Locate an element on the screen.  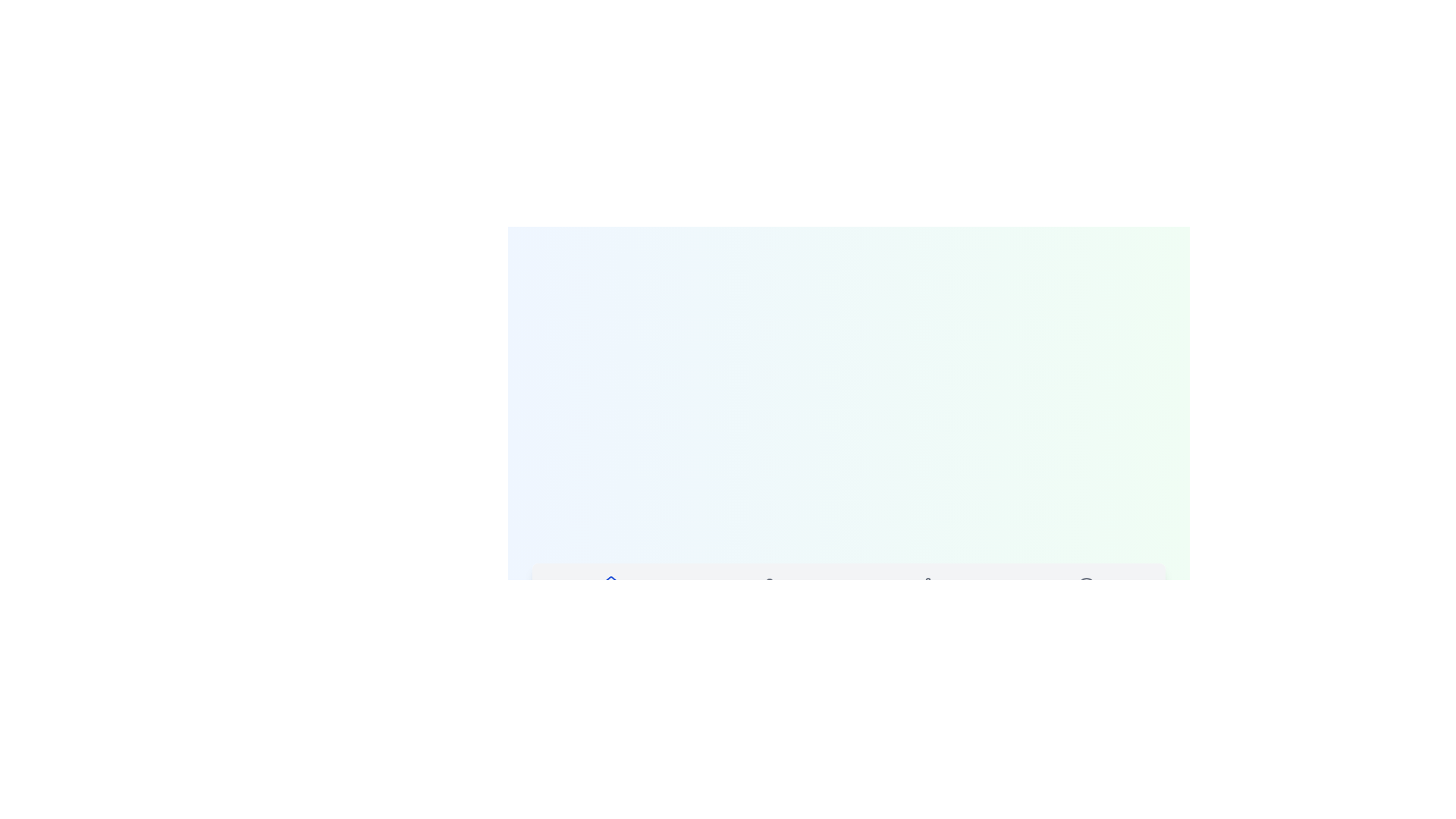
the icon of the tab labeled About is located at coordinates (1085, 585).